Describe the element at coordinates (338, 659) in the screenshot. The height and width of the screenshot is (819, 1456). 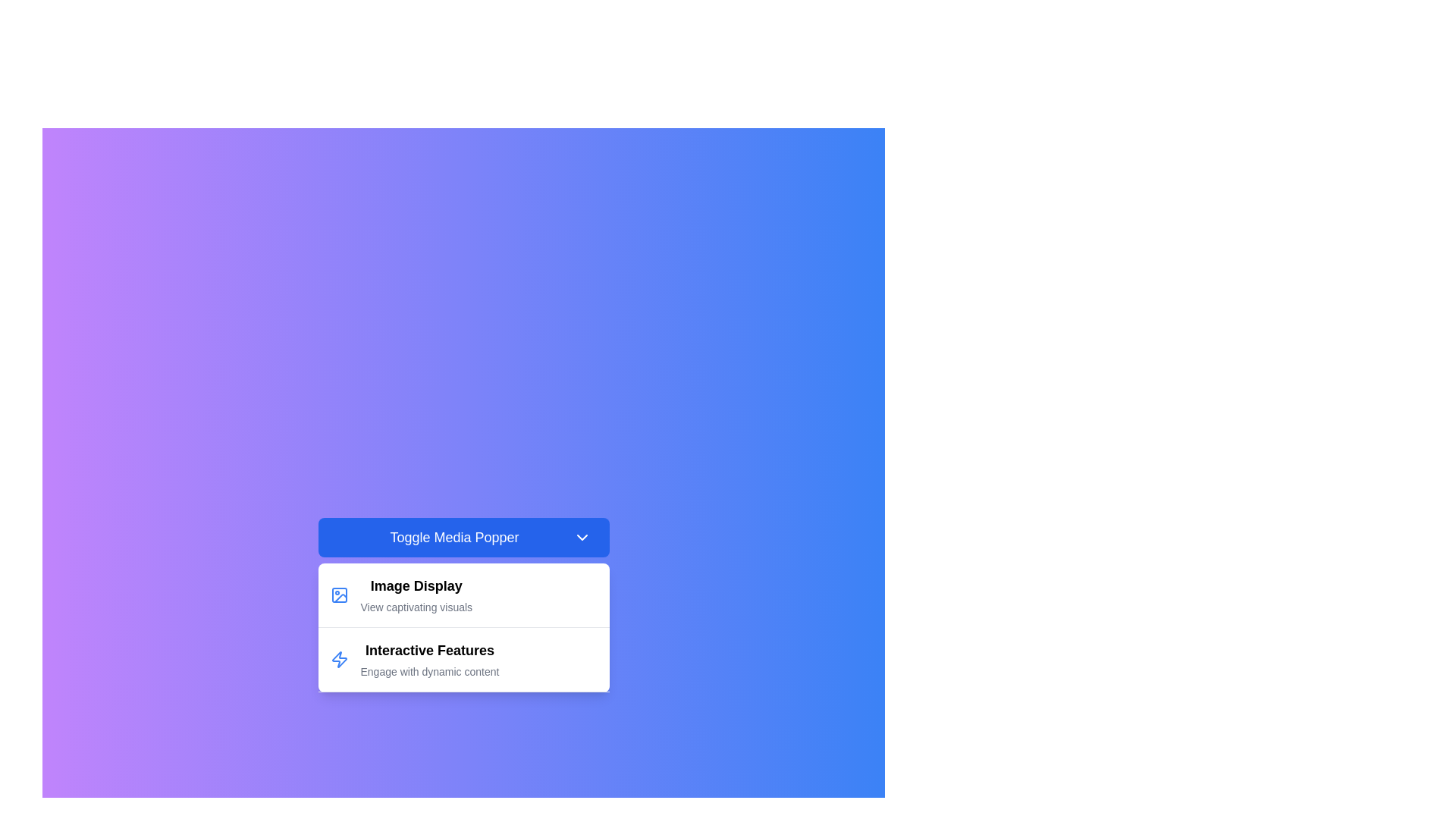
I see `the 'Interactive Features' icon located in the second list item of the 'Toggle Media Popper' drop-down menu` at that location.